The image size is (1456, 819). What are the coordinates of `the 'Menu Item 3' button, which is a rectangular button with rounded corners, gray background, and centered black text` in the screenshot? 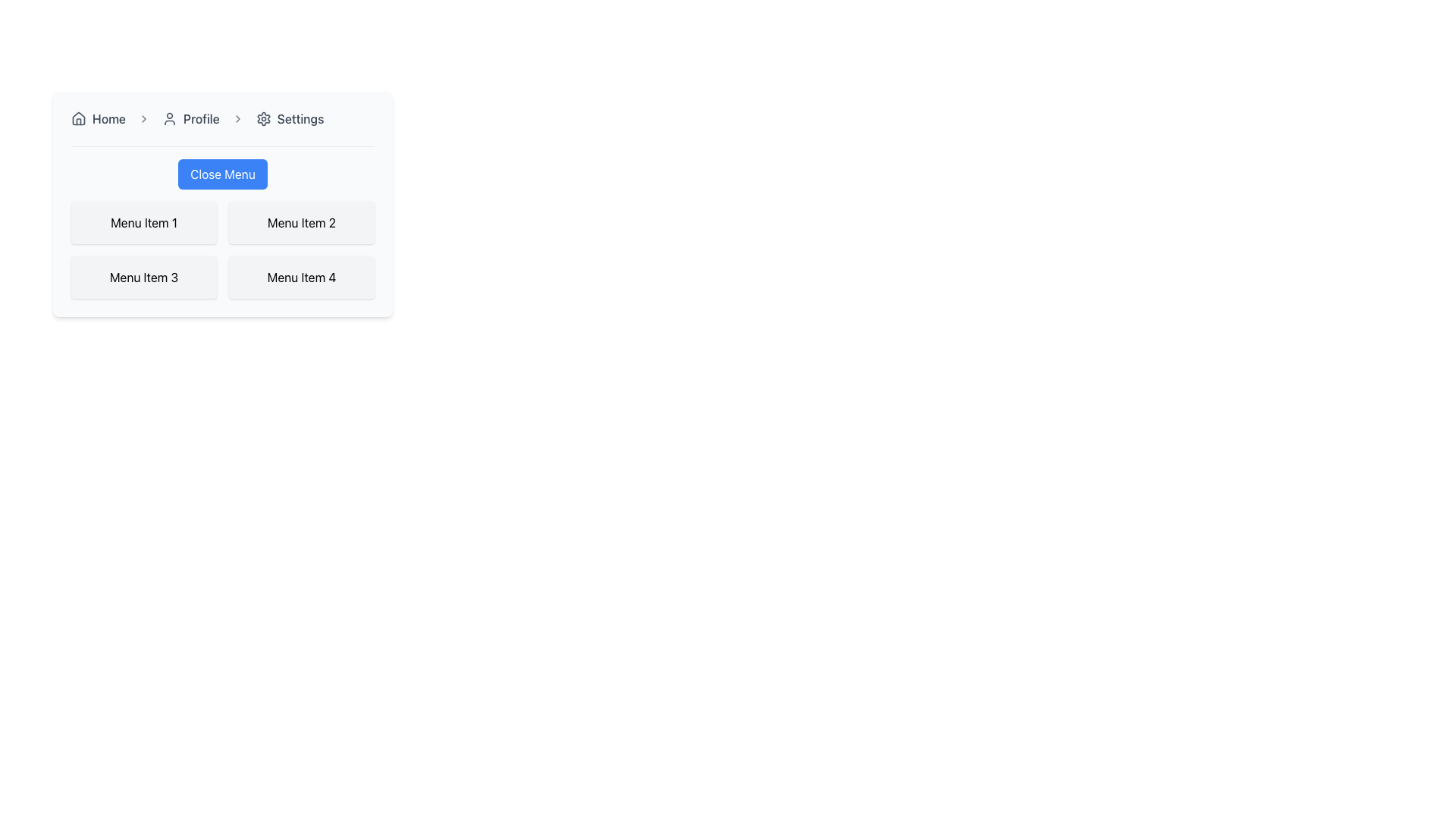 It's located at (144, 278).